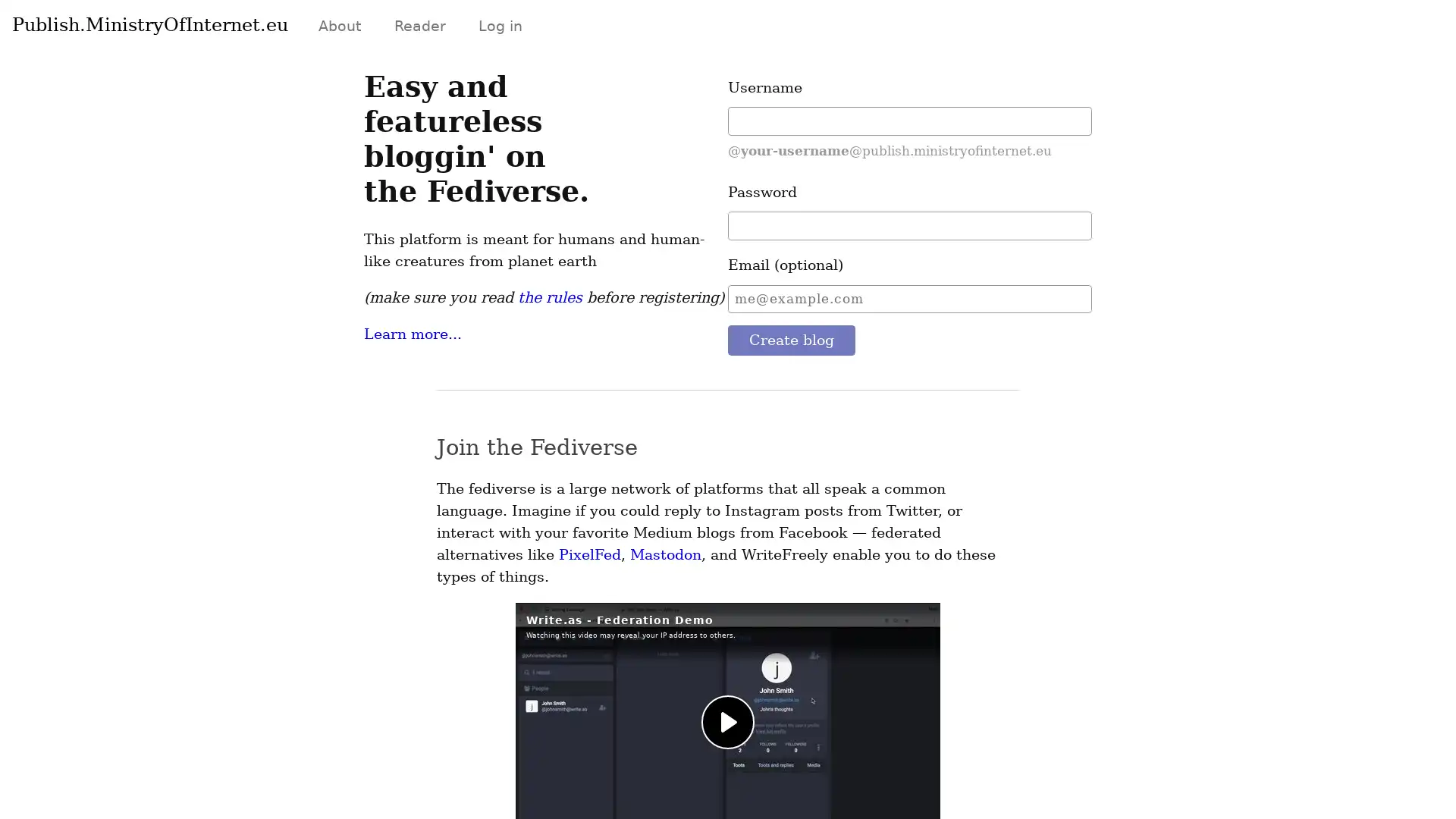 The height and width of the screenshot is (819, 1456). Describe the element at coordinates (791, 341) in the screenshot. I see `Create blog` at that location.